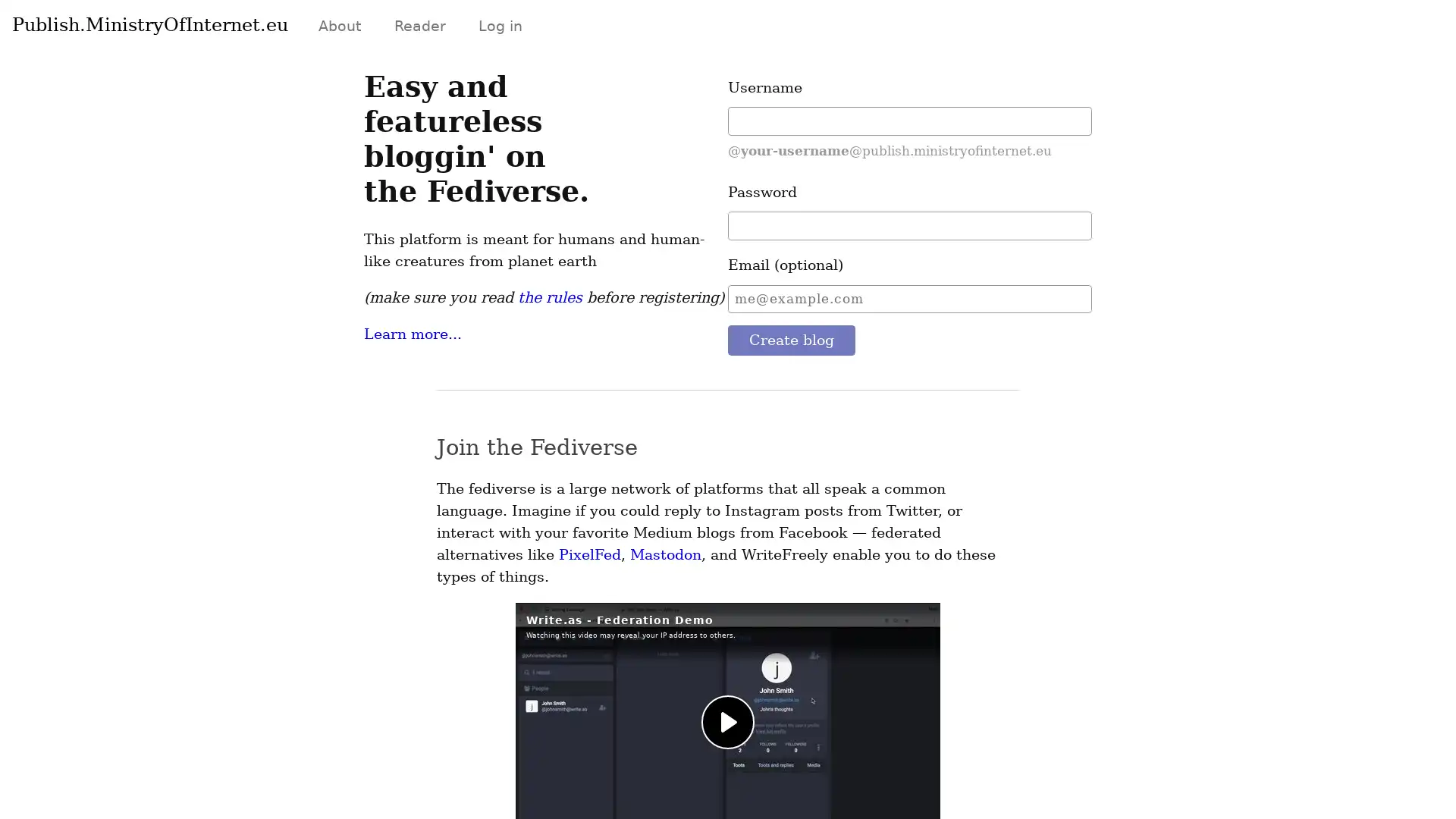 The height and width of the screenshot is (819, 1456). Describe the element at coordinates (791, 341) in the screenshot. I see `Create blog` at that location.